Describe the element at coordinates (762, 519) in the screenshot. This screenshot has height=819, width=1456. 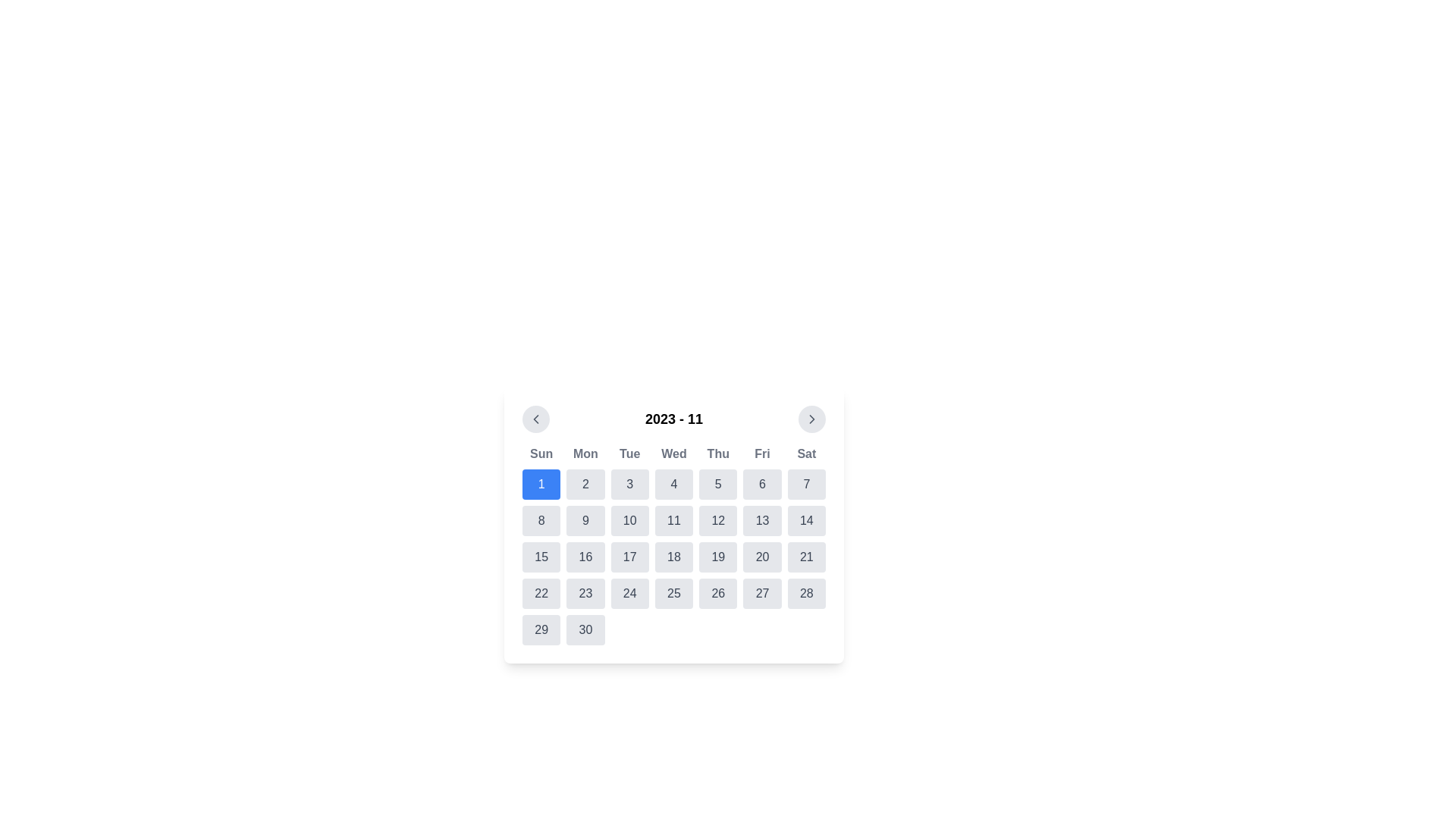
I see `the button labeled '13' which has a light gray background and is located in the third row and sixth column of the grid layout` at that location.